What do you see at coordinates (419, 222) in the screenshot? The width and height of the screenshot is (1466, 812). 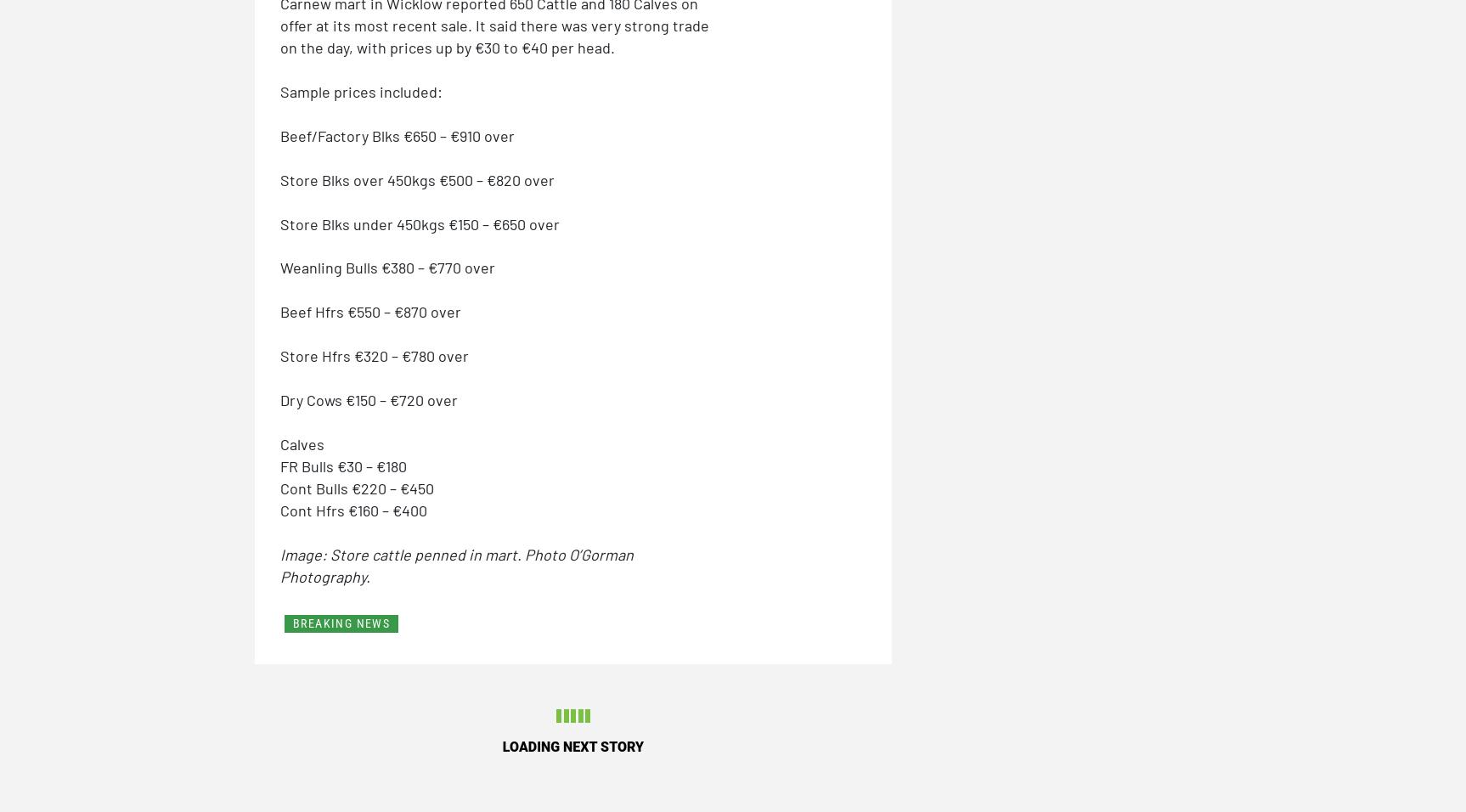 I see `'Store Blks under 450kgs €150 – €650 over'` at bounding box center [419, 222].